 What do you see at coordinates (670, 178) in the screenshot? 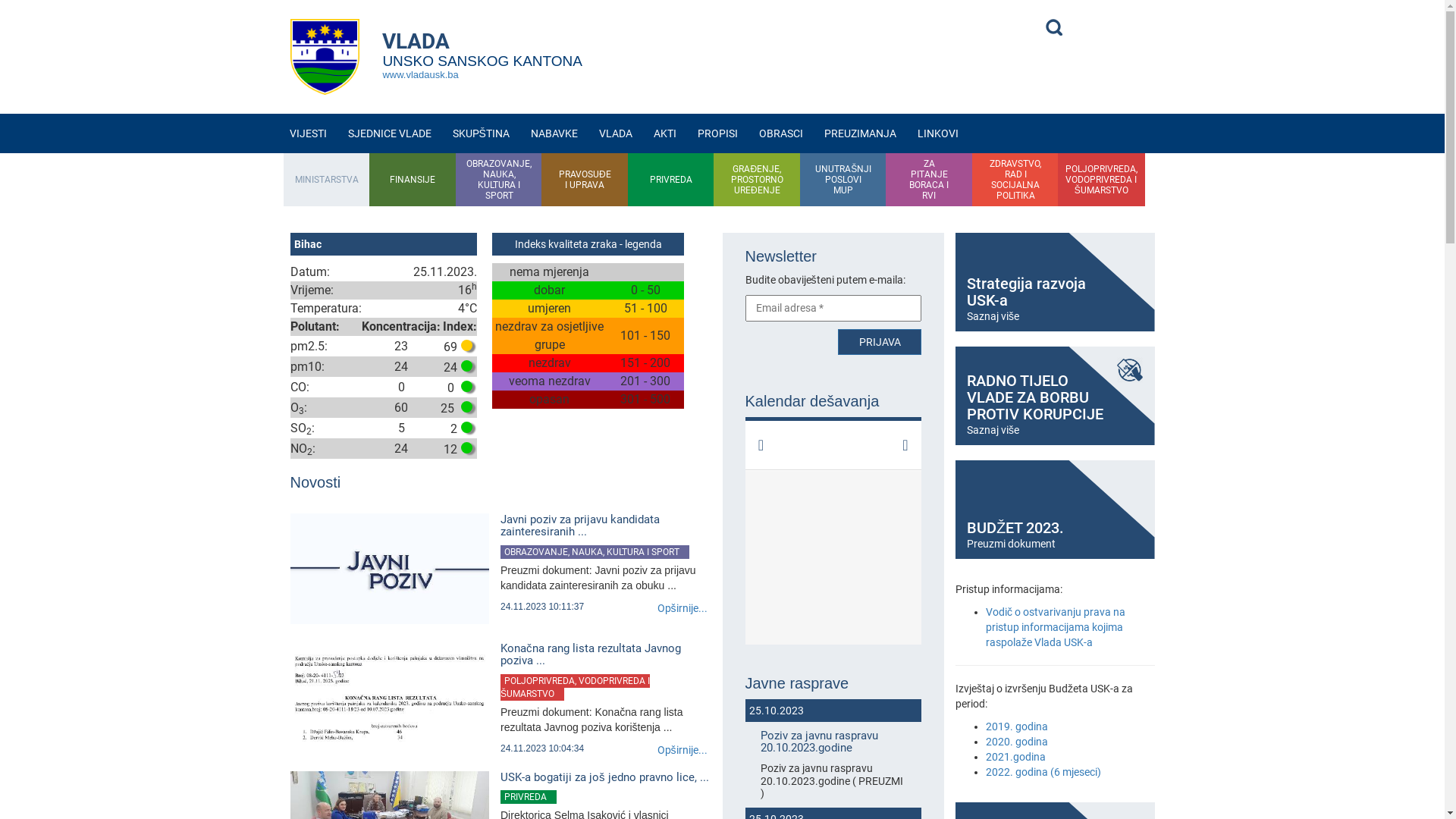
I see `'PRIVREDA'` at bounding box center [670, 178].